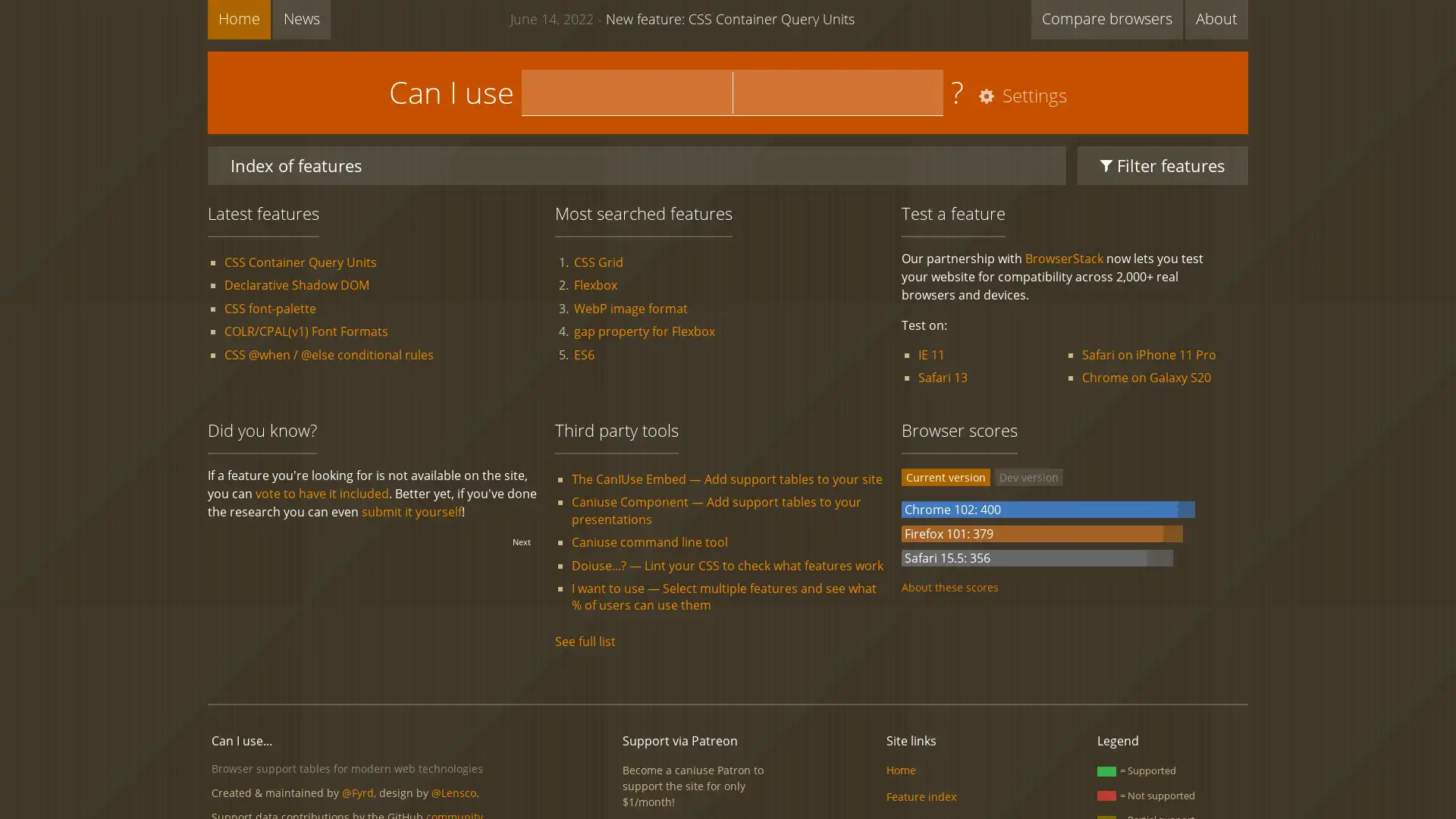 The width and height of the screenshot is (1456, 819). I want to click on About these scores, so click(949, 586).